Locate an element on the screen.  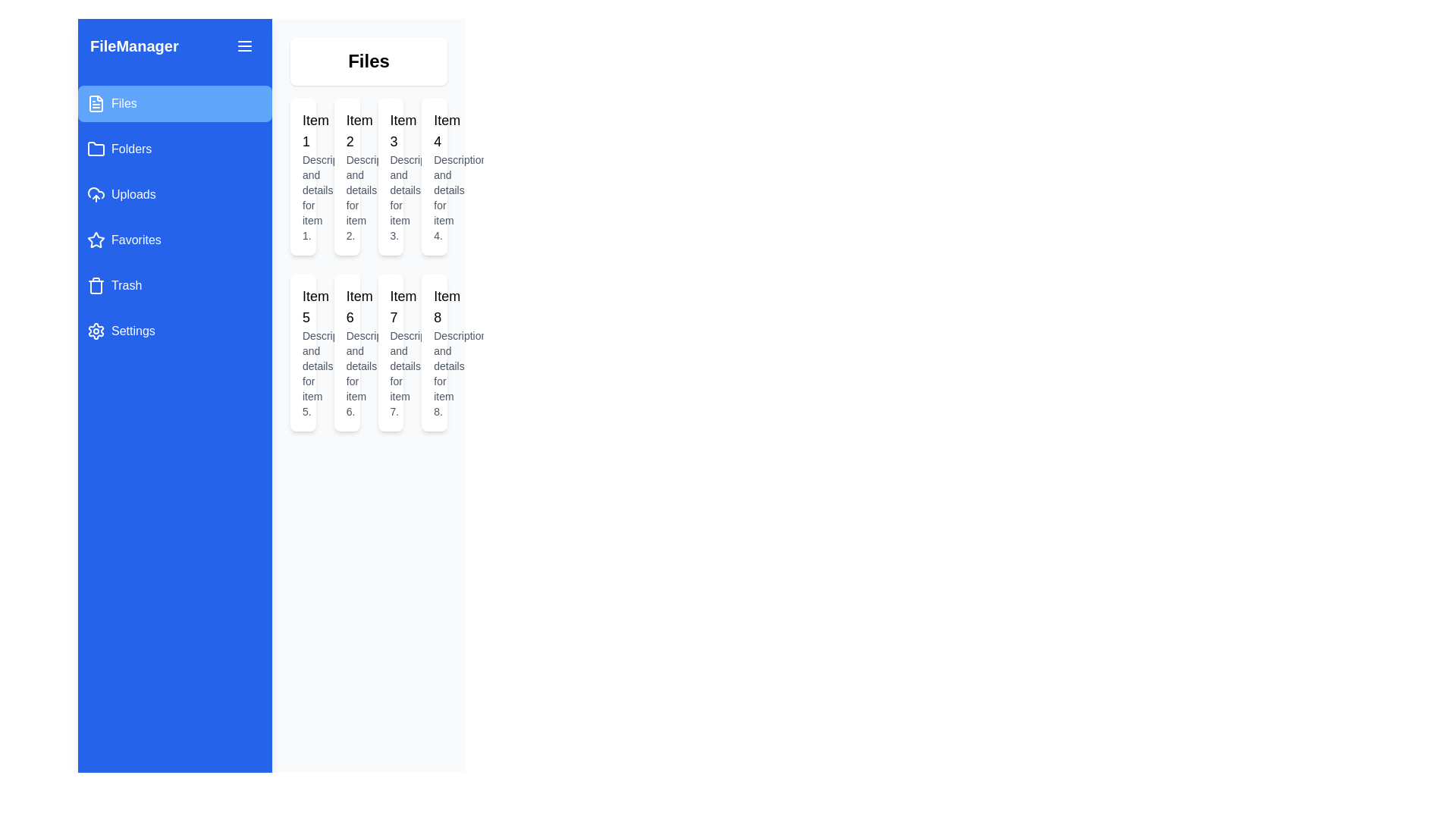
the 'Folders' text label within the interactive menu item, which is styled in bold white font on a blue background and positioned as the second item in the vertical navigation bar is located at coordinates (131, 149).